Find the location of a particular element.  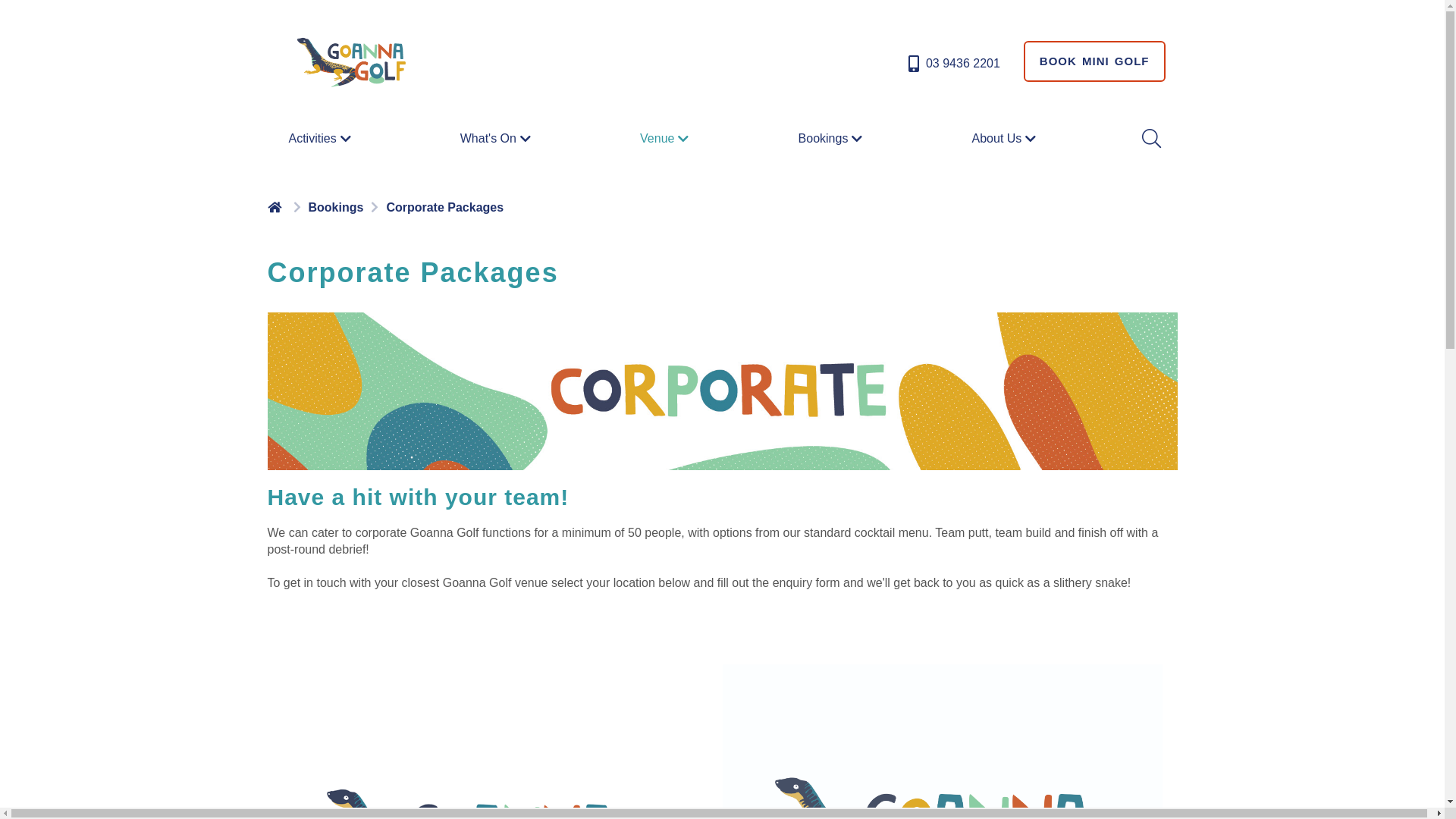

'03 9436 2201' is located at coordinates (952, 63).